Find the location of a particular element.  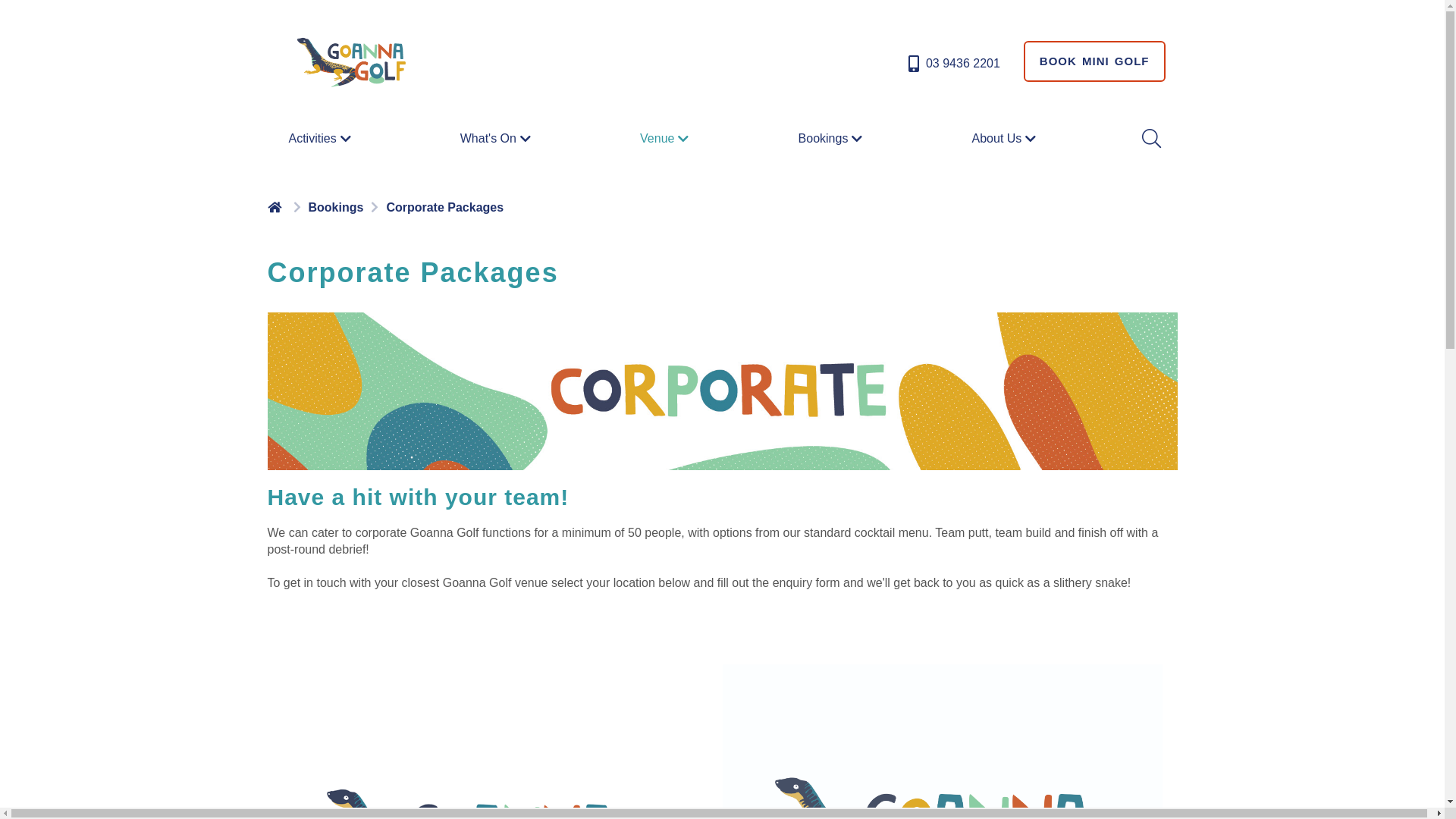

'03 9436 2201' is located at coordinates (952, 63).